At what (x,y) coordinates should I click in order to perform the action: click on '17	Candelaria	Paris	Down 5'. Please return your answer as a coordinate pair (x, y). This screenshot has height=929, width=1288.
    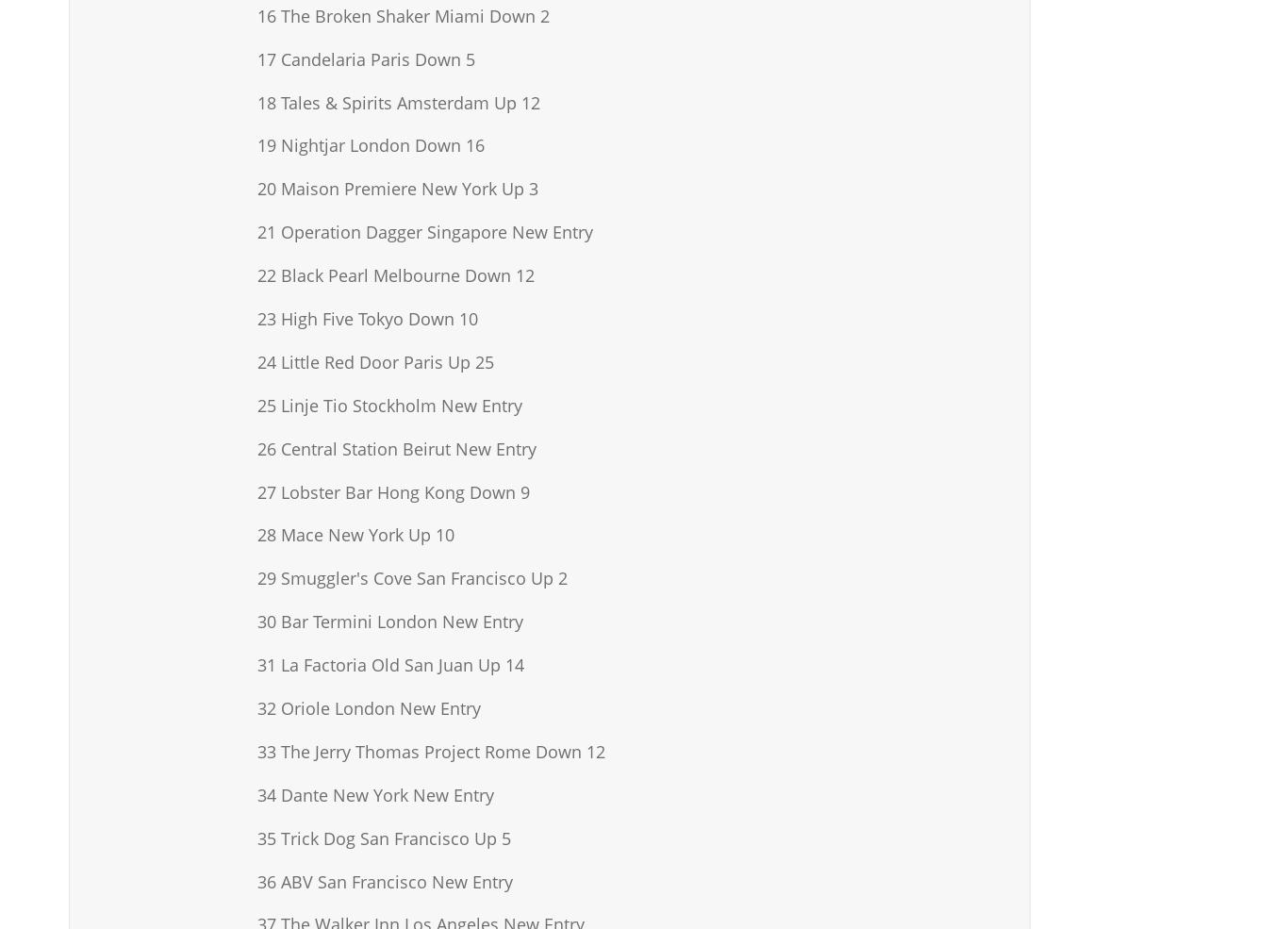
    Looking at the image, I should click on (365, 57).